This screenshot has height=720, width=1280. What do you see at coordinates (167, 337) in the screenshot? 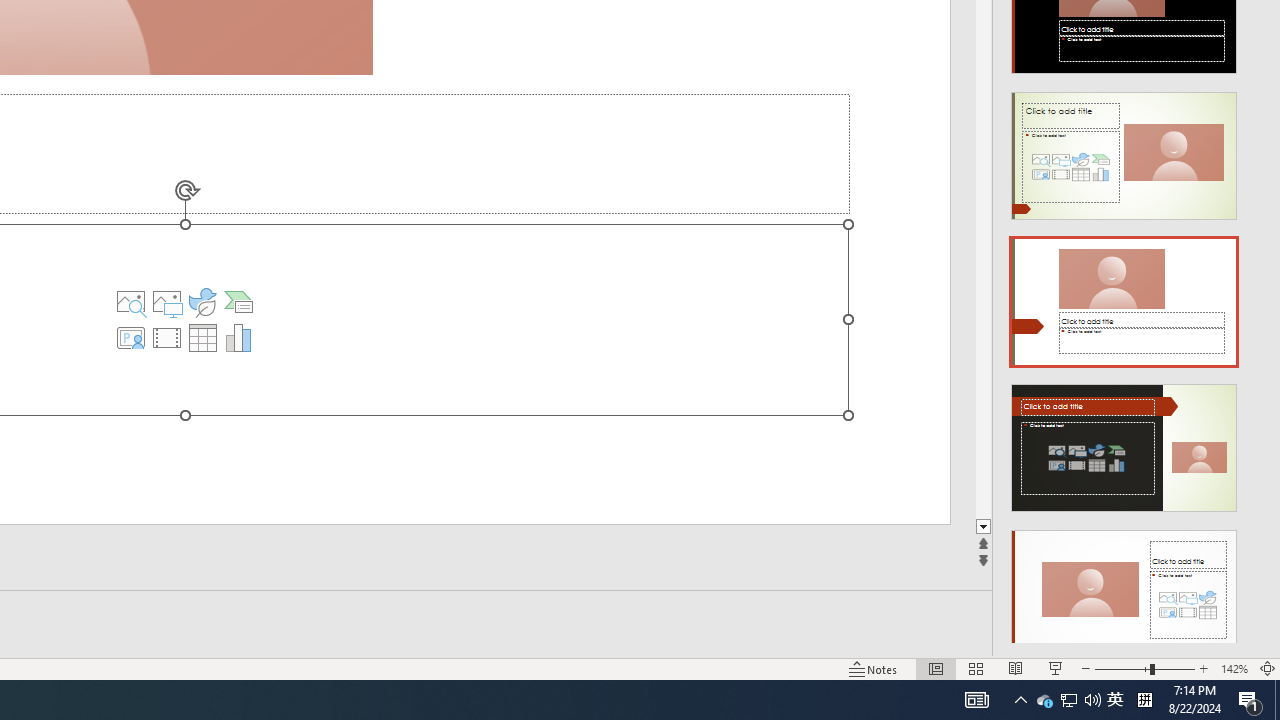
I see `'Insert Video'` at bounding box center [167, 337].